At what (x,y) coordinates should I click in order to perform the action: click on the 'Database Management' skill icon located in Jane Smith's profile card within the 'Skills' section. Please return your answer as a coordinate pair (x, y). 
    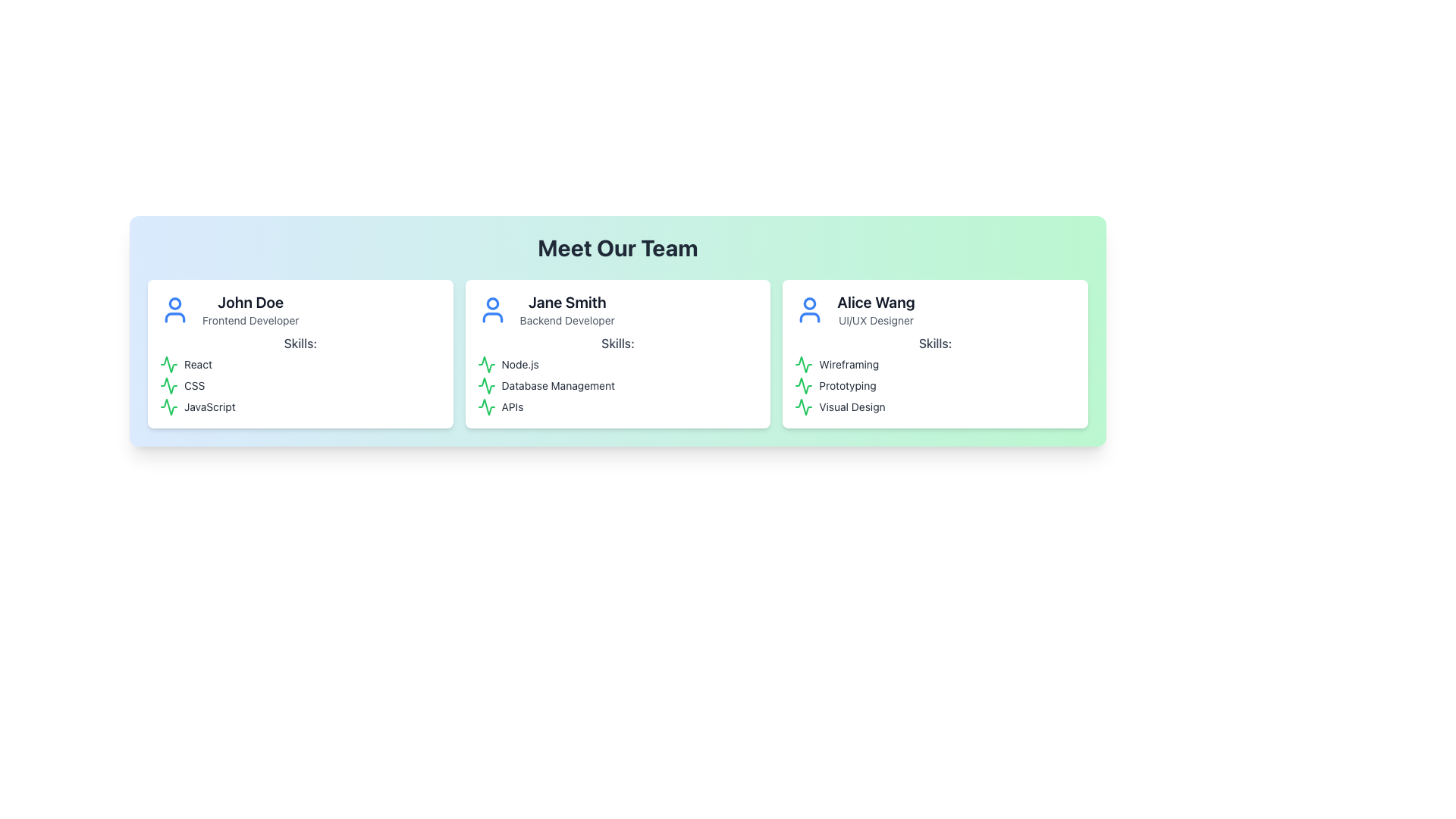
    Looking at the image, I should click on (486, 385).